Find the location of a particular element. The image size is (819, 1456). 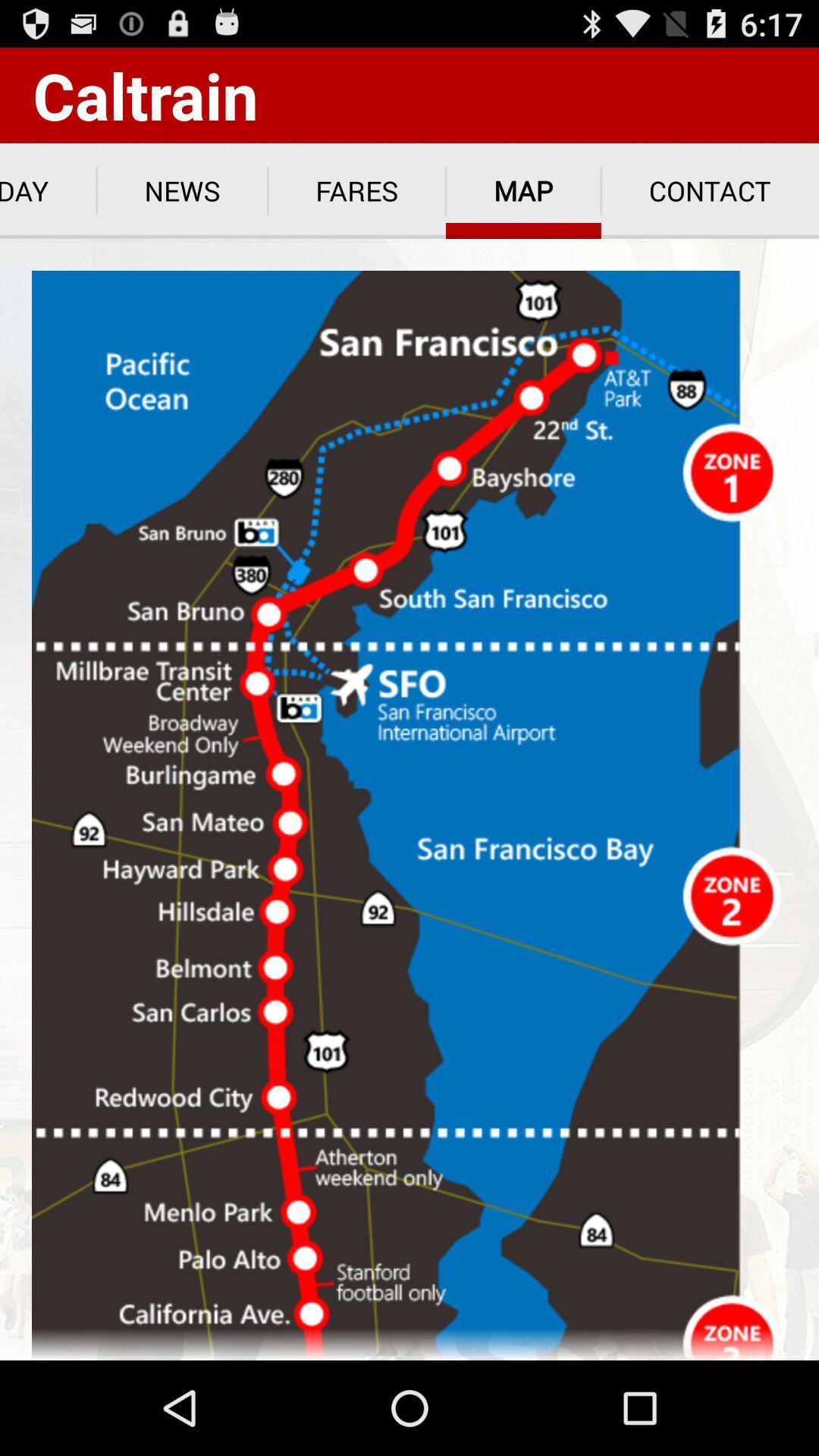

fares is located at coordinates (356, 190).